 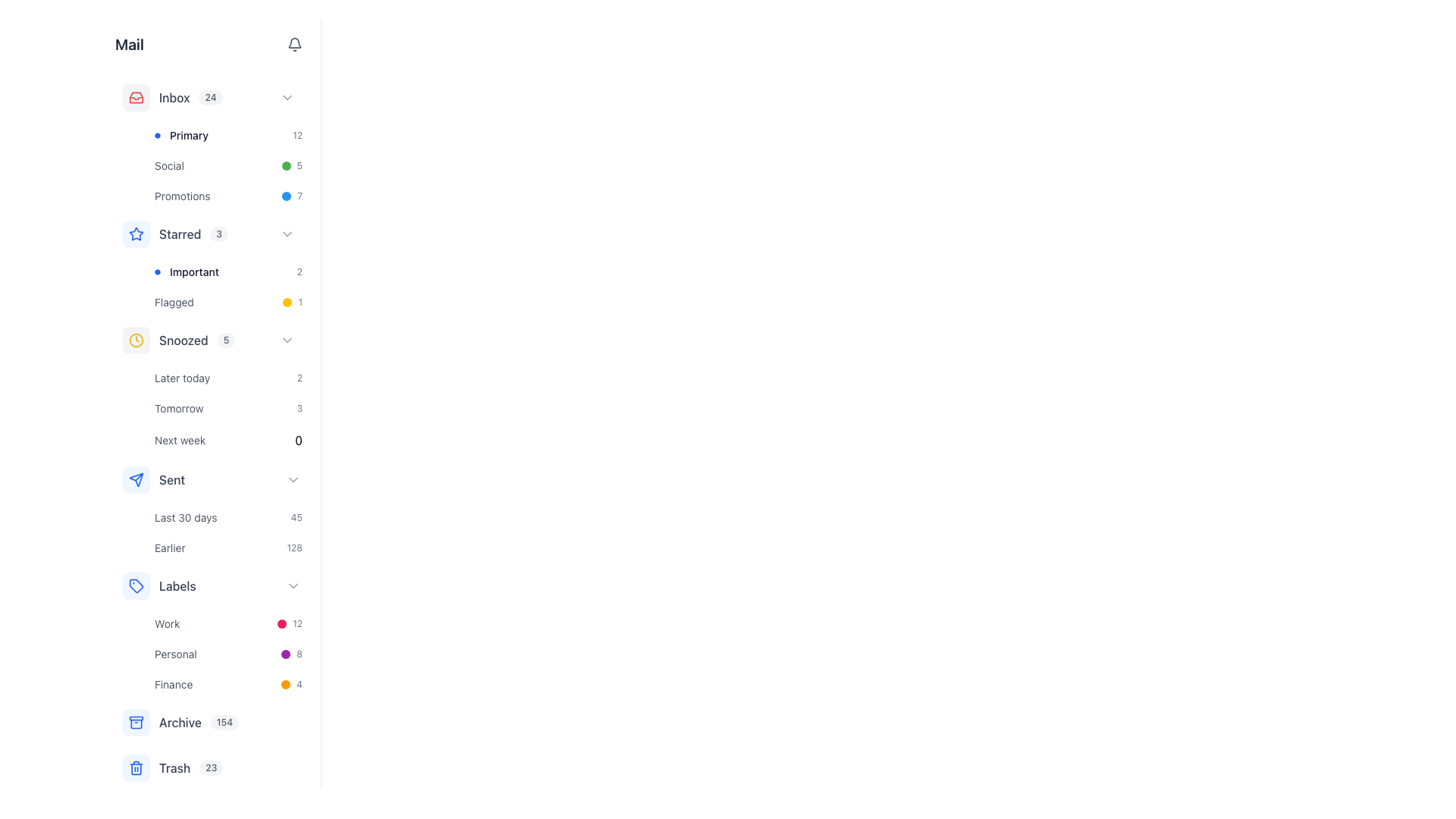 I want to click on text label 'Important' located in the vertical navigation menu on the left side of the interface, positioned under the 'Starred' section and following a circular blue icon, so click(x=193, y=271).